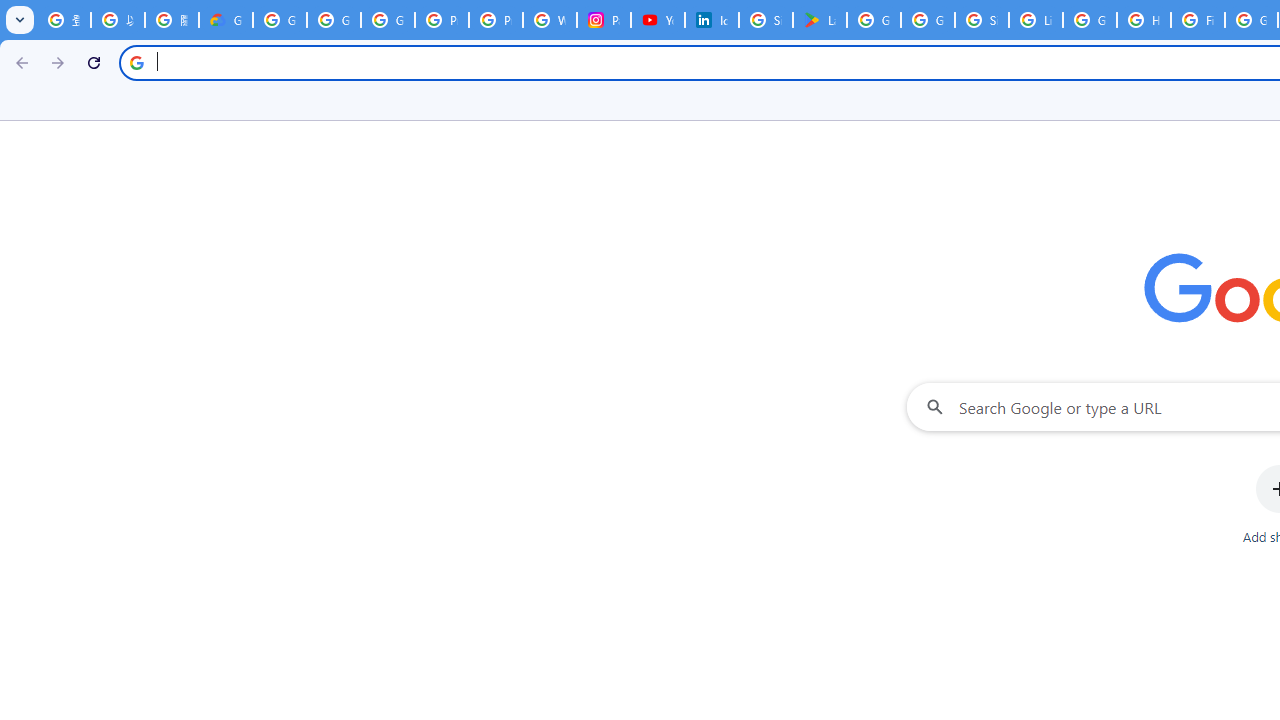 This screenshot has width=1280, height=720. I want to click on 'How do I create a new Google Account? - Google Account Help', so click(1144, 20).